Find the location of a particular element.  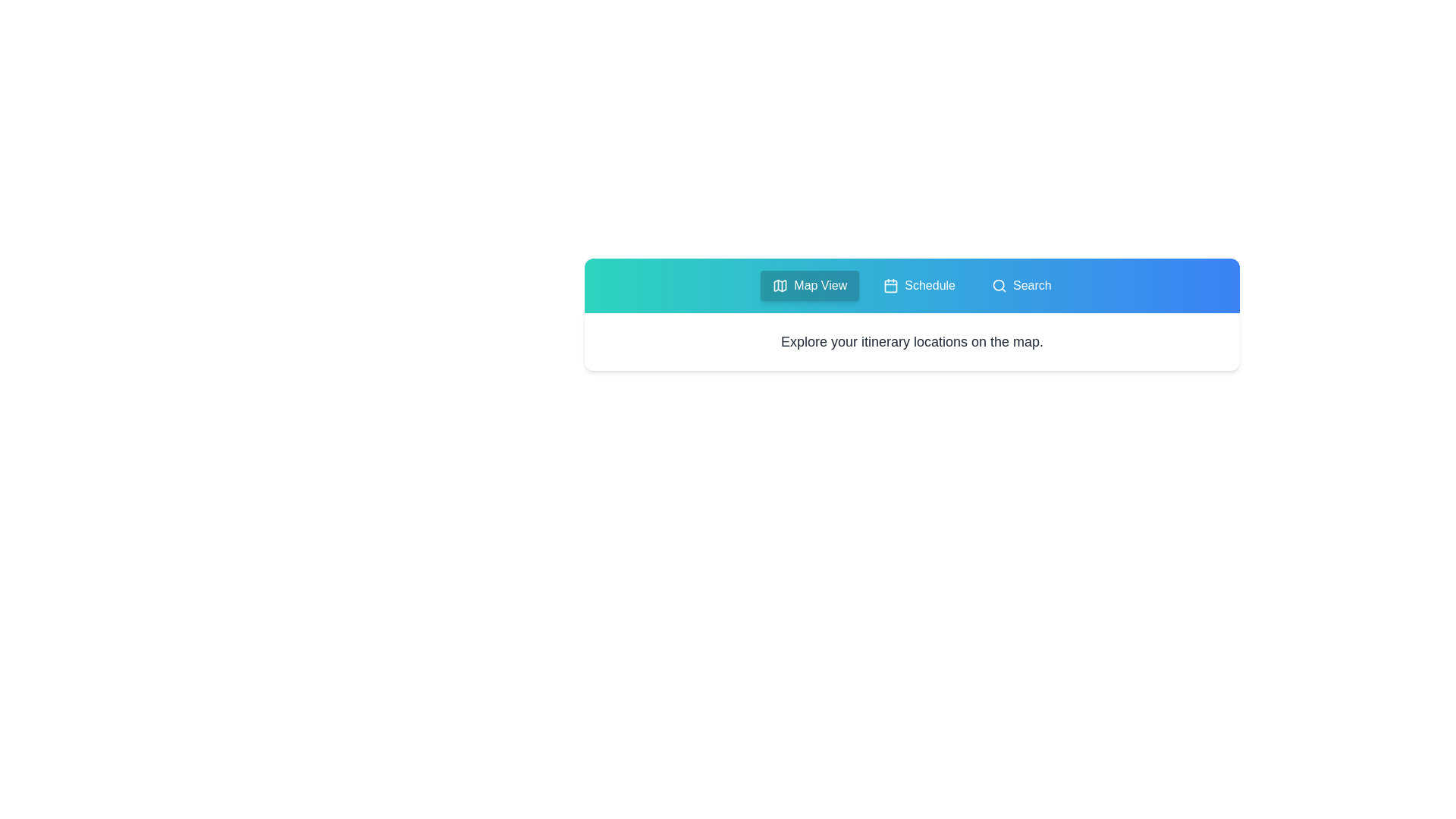

the 'Map View' button located in the top navigation bar is located at coordinates (820, 286).